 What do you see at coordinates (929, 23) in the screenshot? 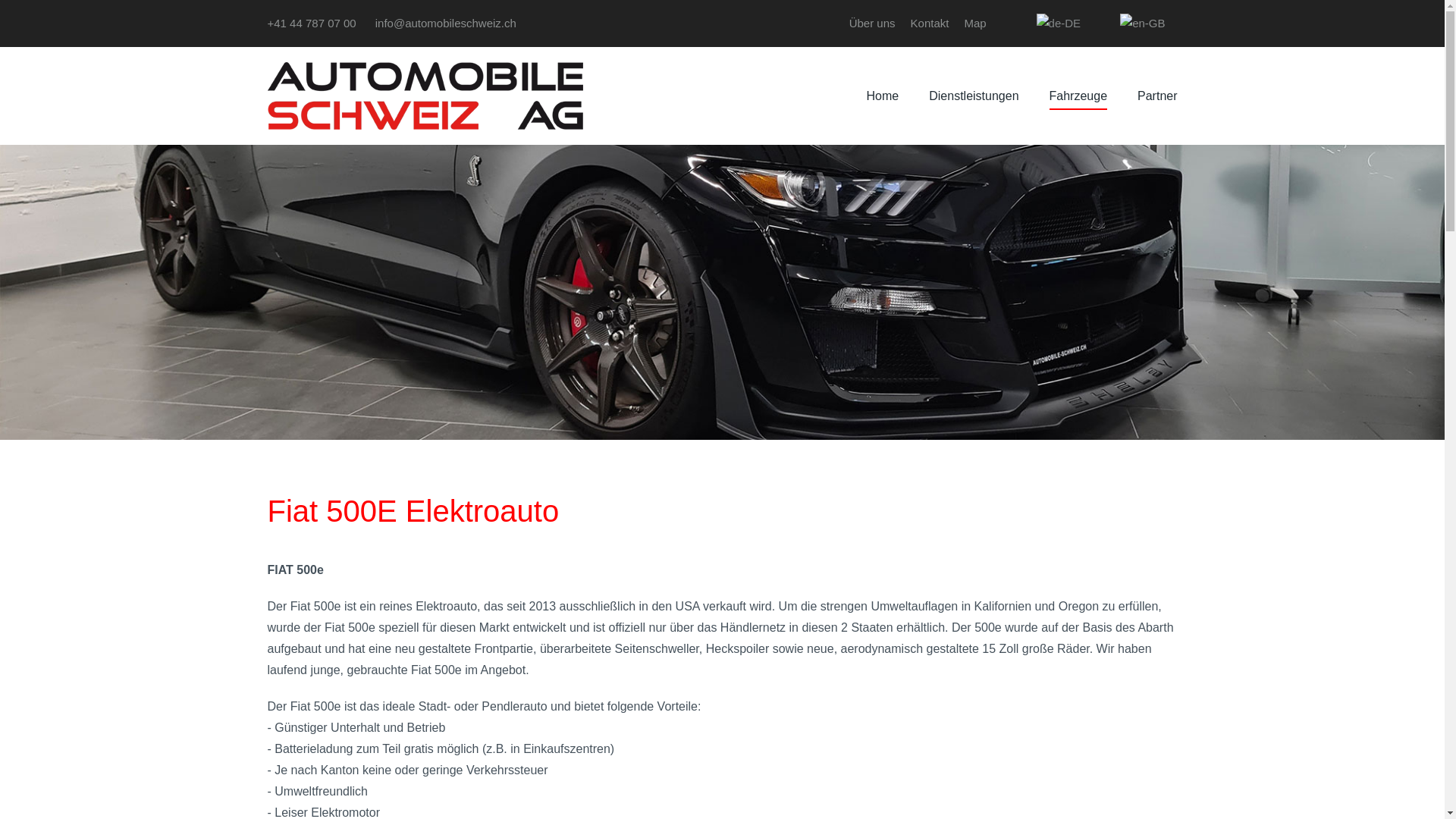
I see `'Kontakt'` at bounding box center [929, 23].